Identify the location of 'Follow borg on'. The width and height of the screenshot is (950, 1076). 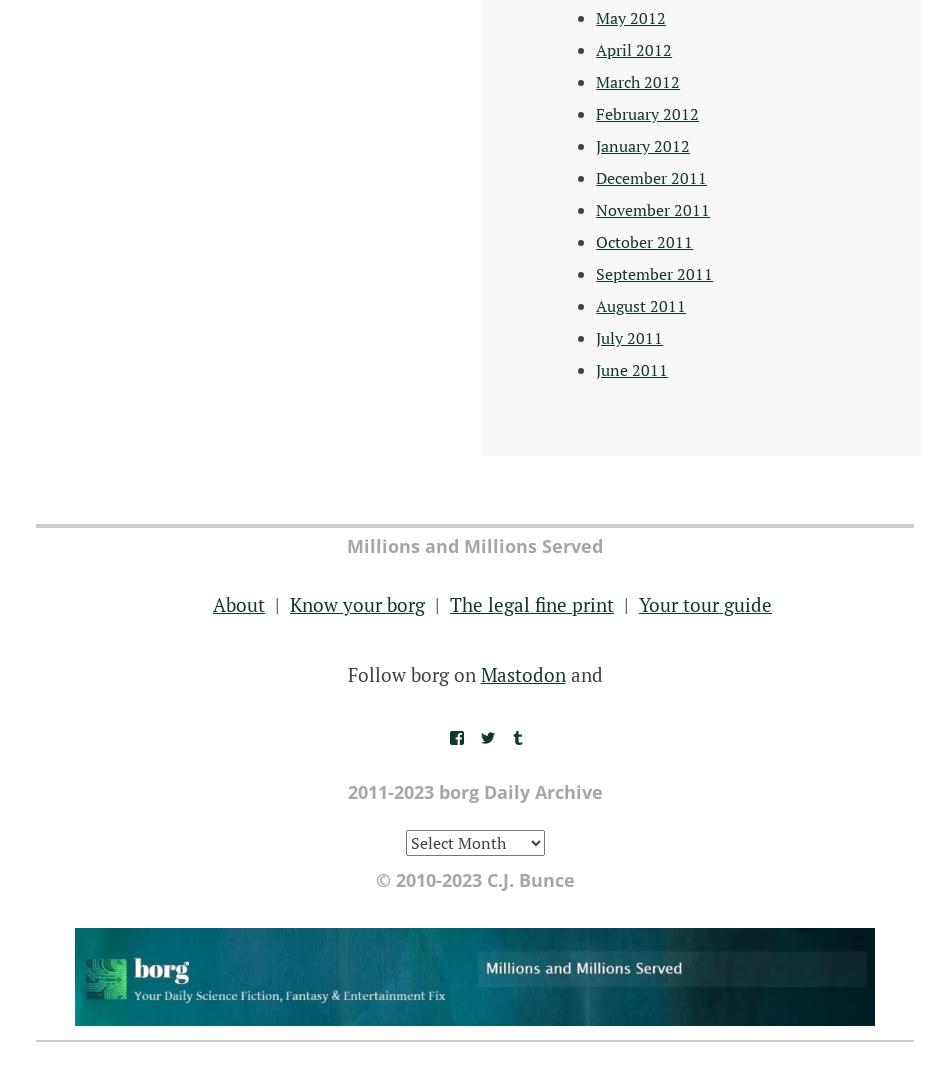
(412, 672).